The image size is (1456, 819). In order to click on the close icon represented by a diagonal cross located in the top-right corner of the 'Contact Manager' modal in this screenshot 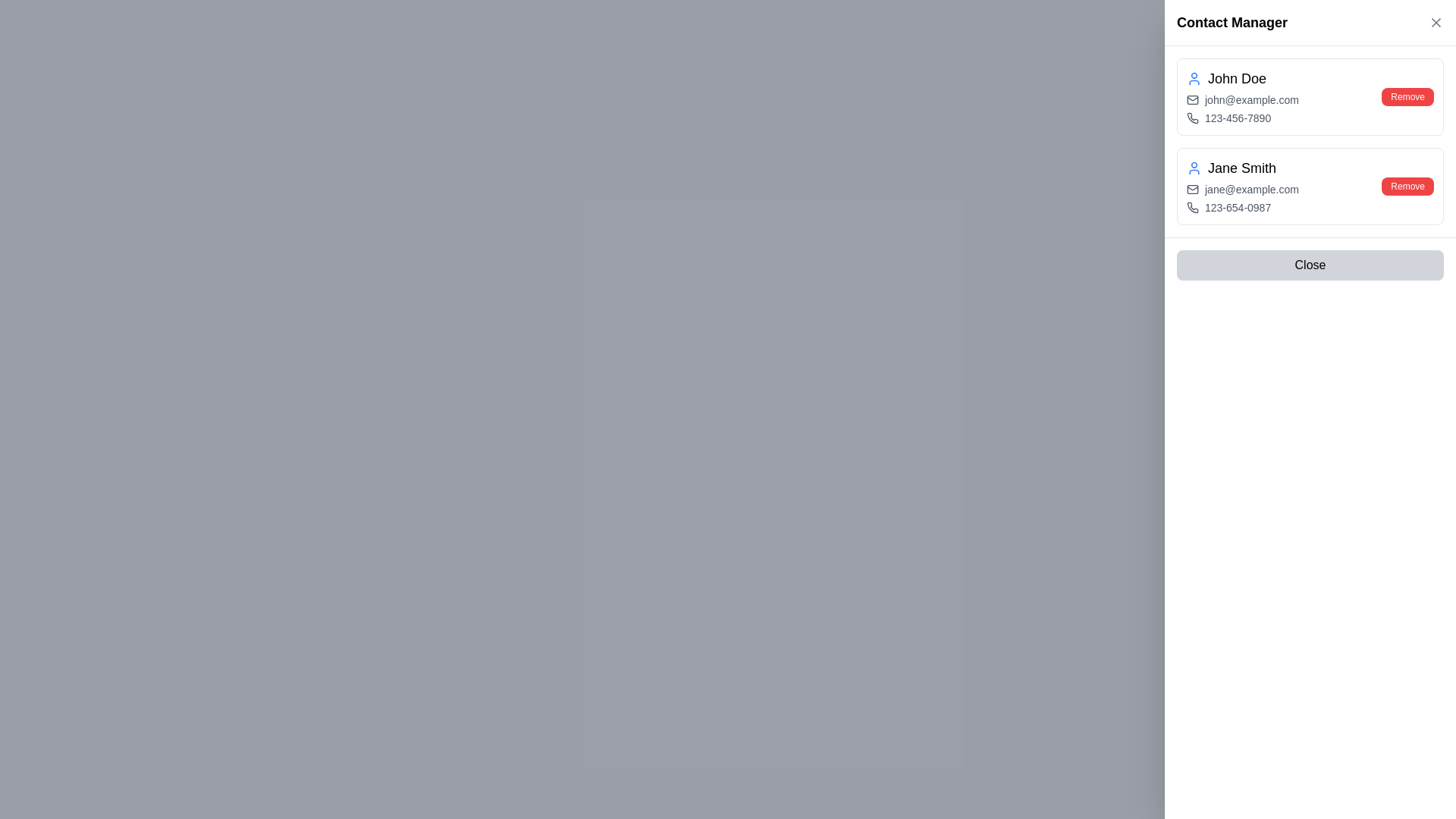, I will do `click(1436, 23)`.